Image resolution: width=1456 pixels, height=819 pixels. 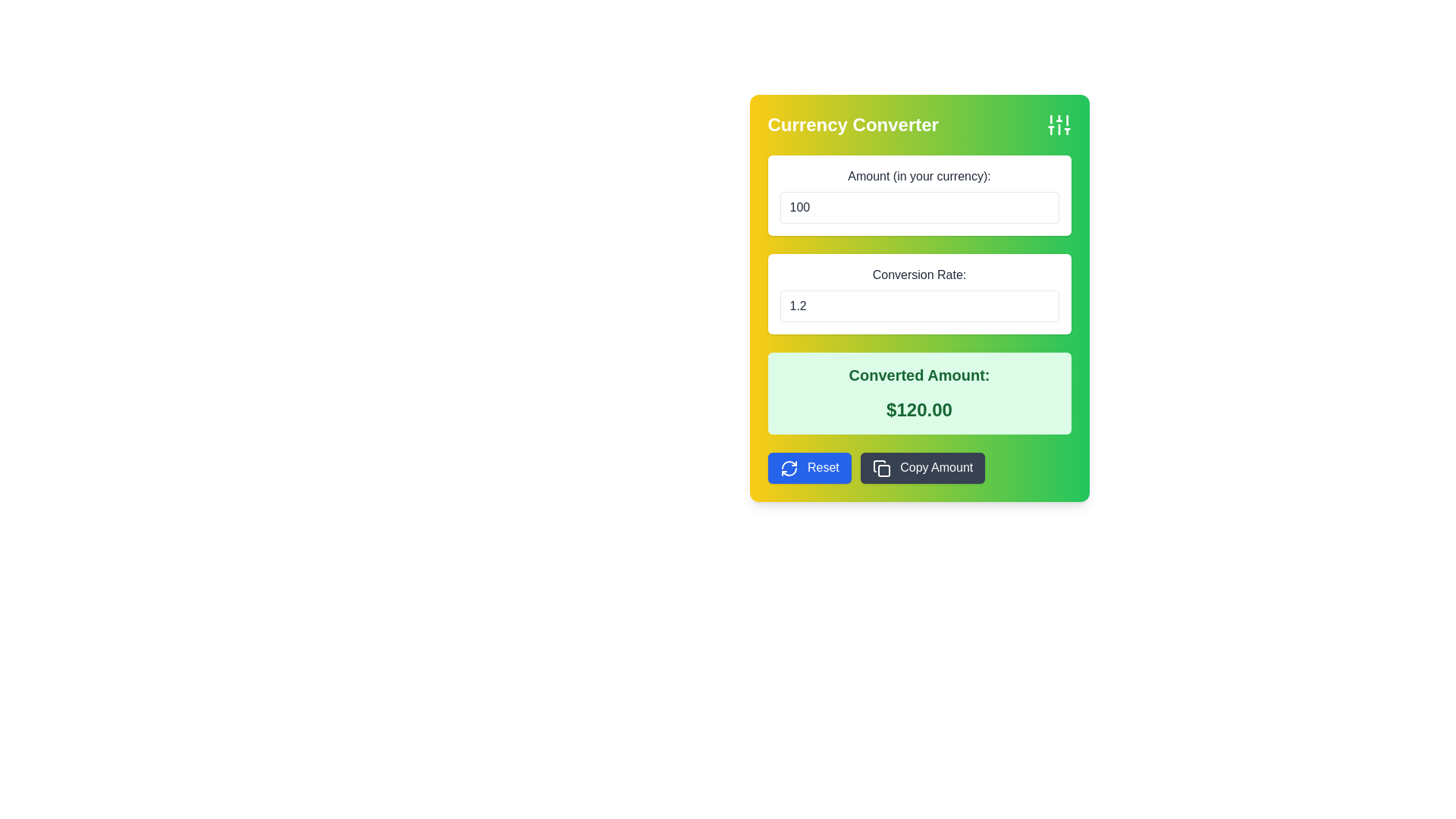 What do you see at coordinates (918, 375) in the screenshot?
I see `the text label displaying 'Converted Amount:' which is styled in bold, dark green font on a light green background, located above the numerical text '$120.00' in the currency converter interface` at bounding box center [918, 375].